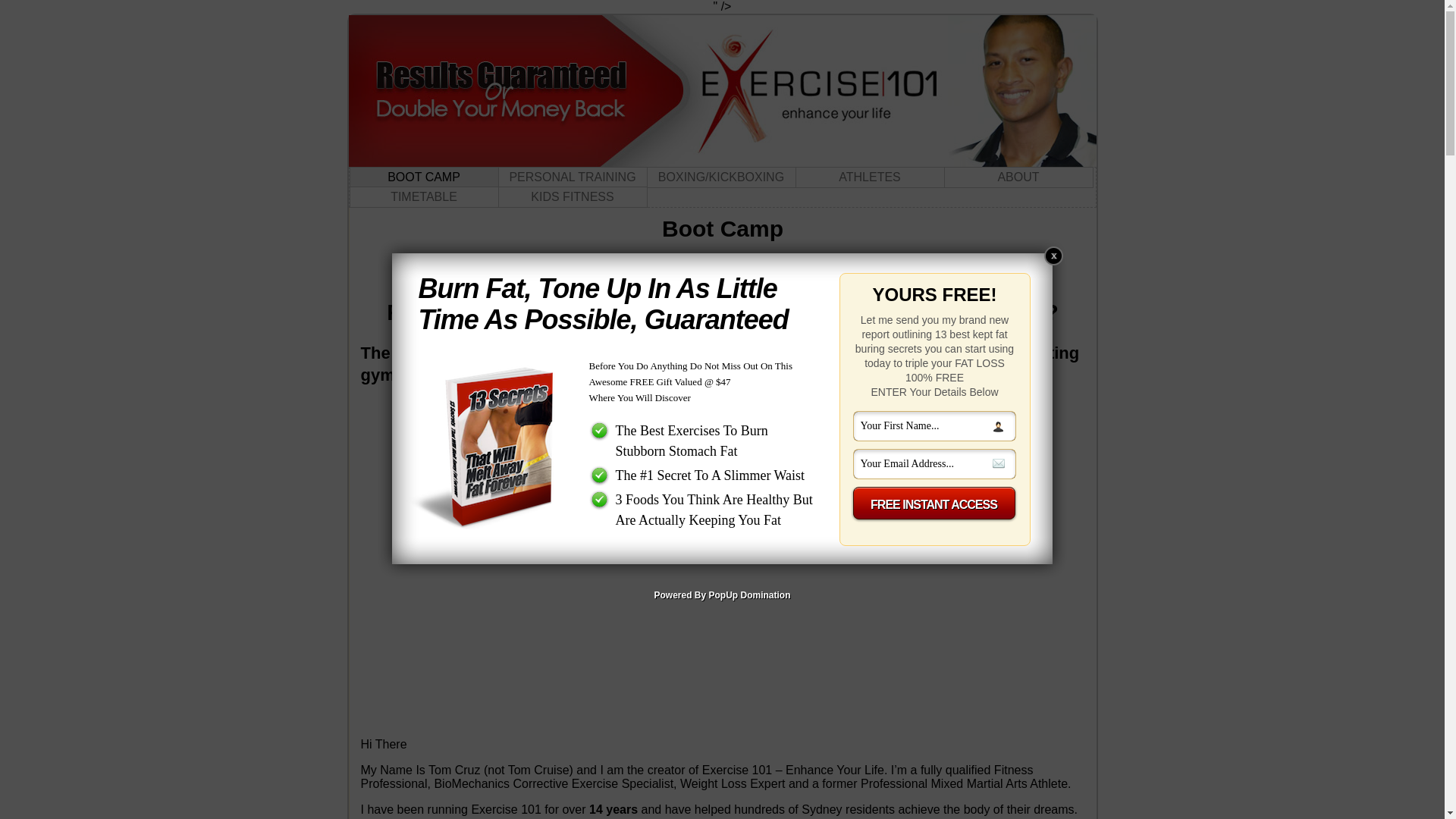 The image size is (1456, 819). What do you see at coordinates (571, 177) in the screenshot?
I see `'PERSONAL TRAINING'` at bounding box center [571, 177].